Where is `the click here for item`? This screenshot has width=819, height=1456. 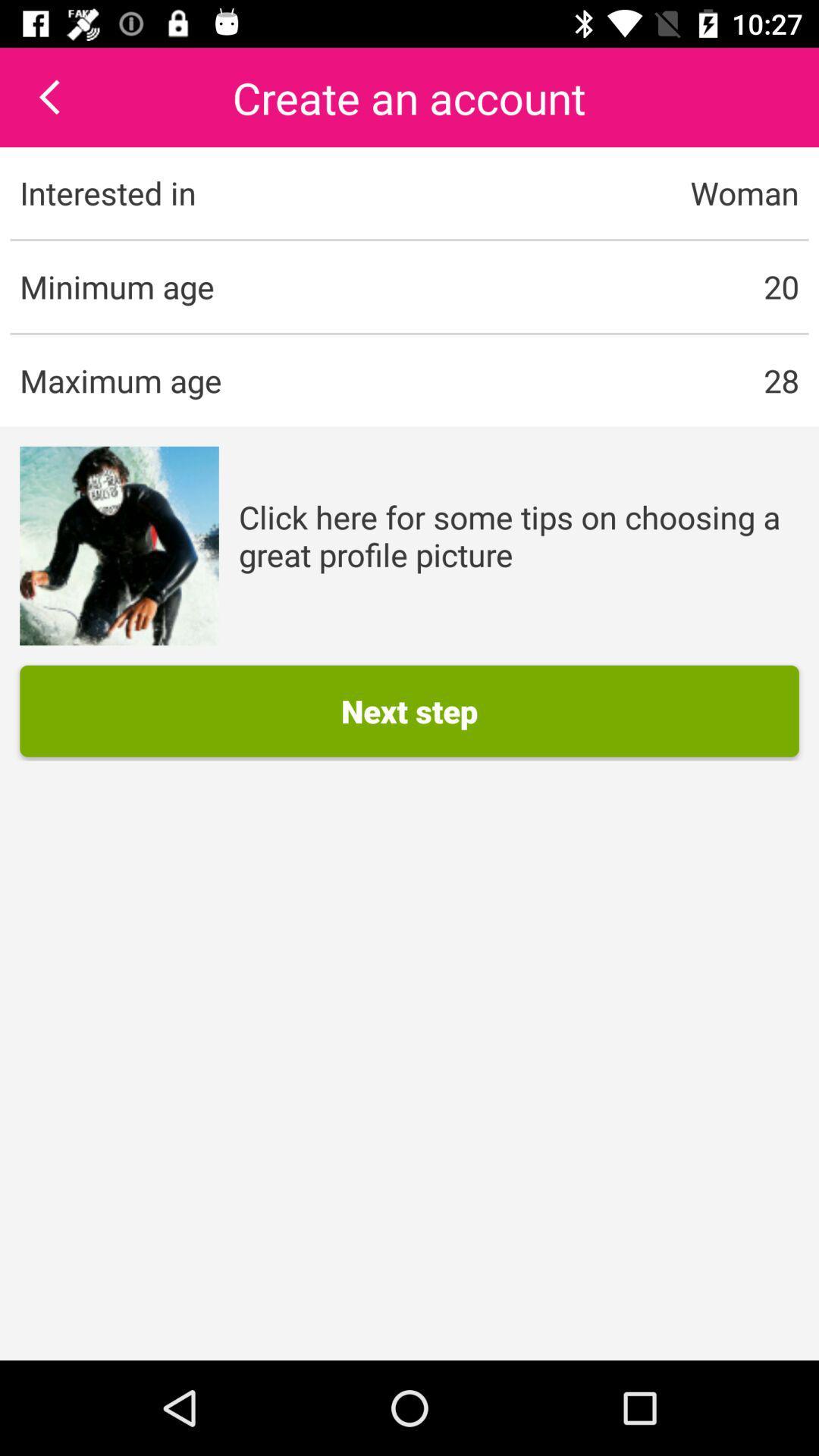
the click here for item is located at coordinates (518, 535).